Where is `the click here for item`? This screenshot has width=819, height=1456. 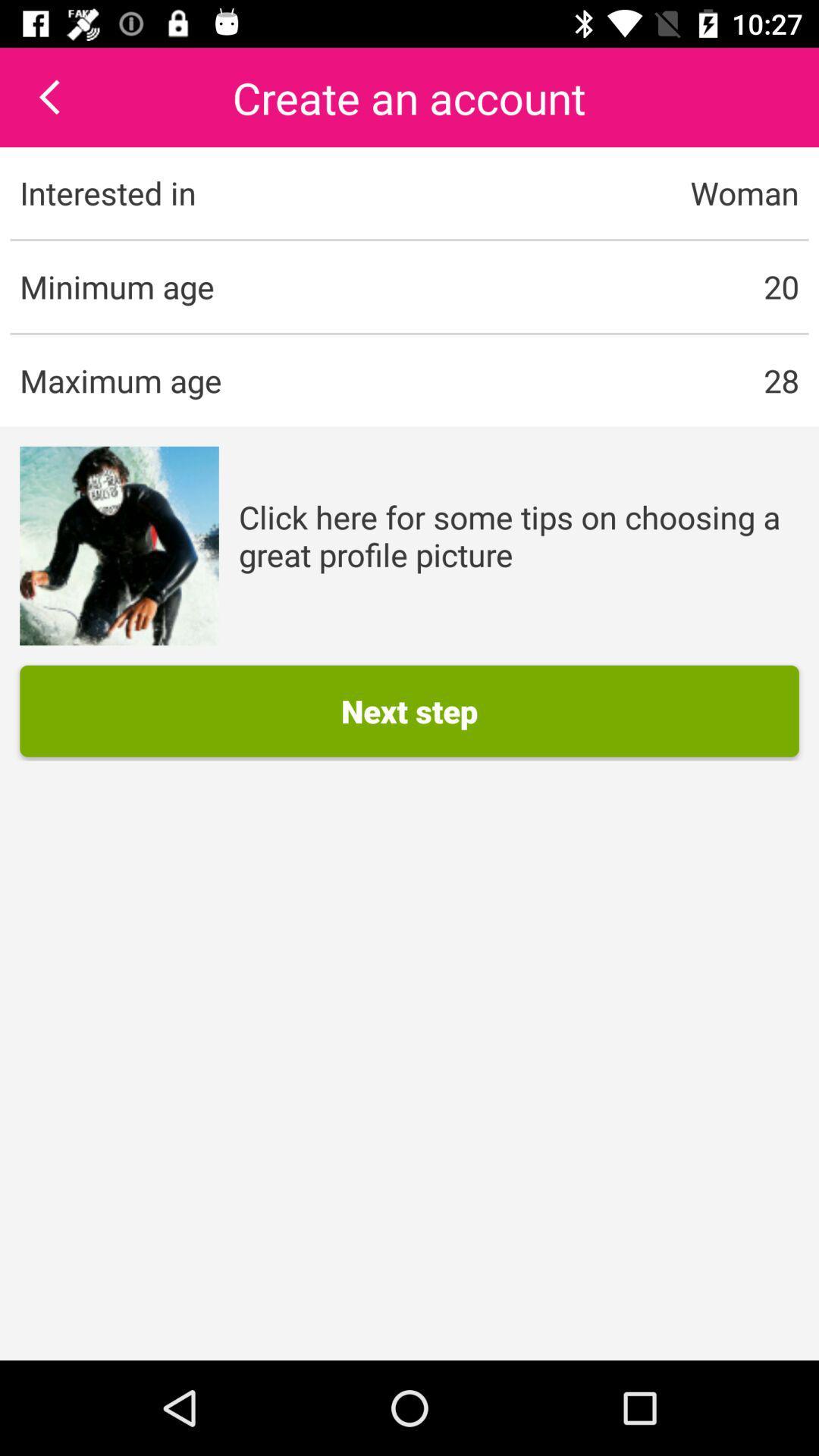
the click here for item is located at coordinates (518, 535).